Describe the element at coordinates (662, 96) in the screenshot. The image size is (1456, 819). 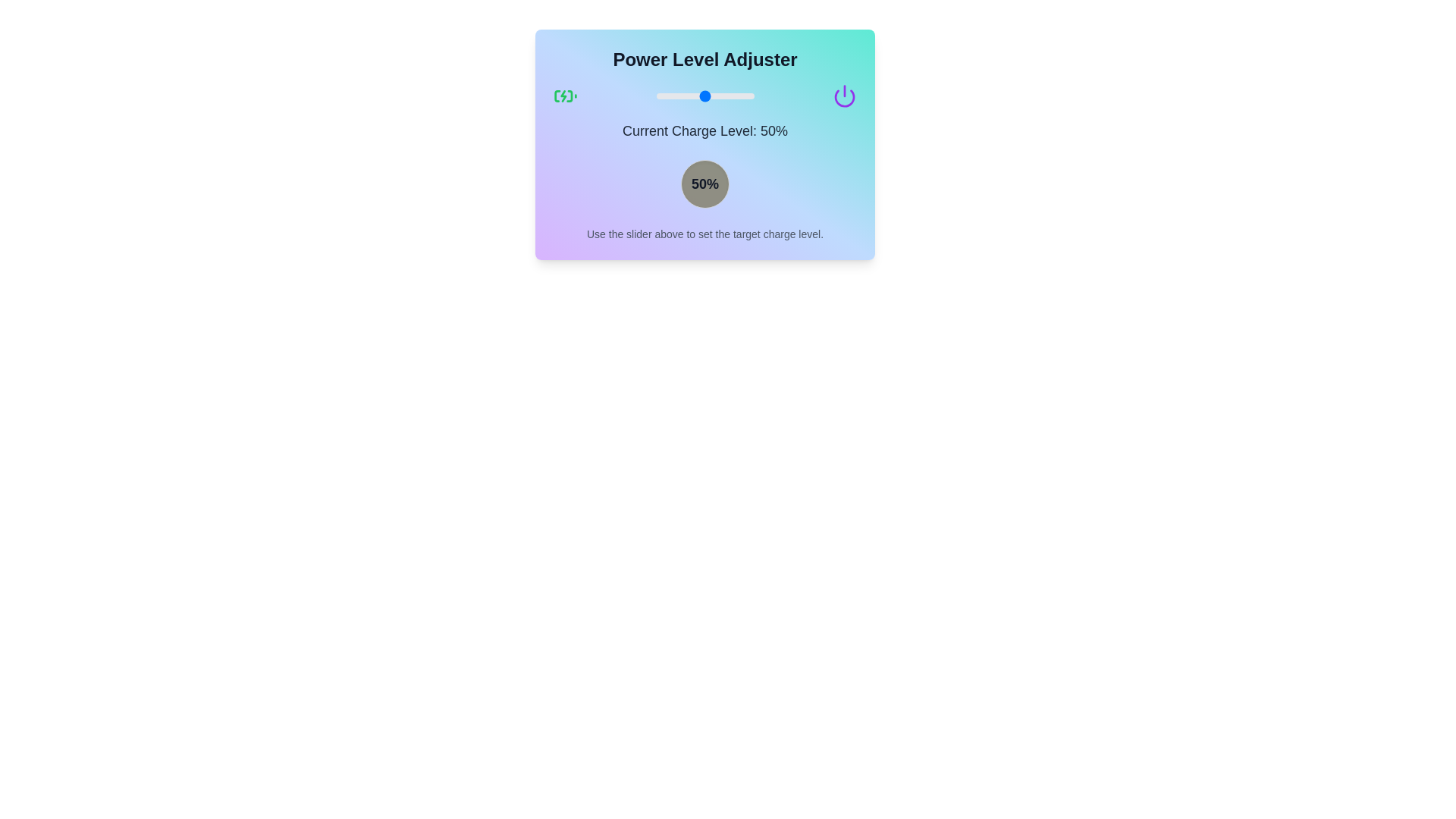
I see `the power level` at that location.